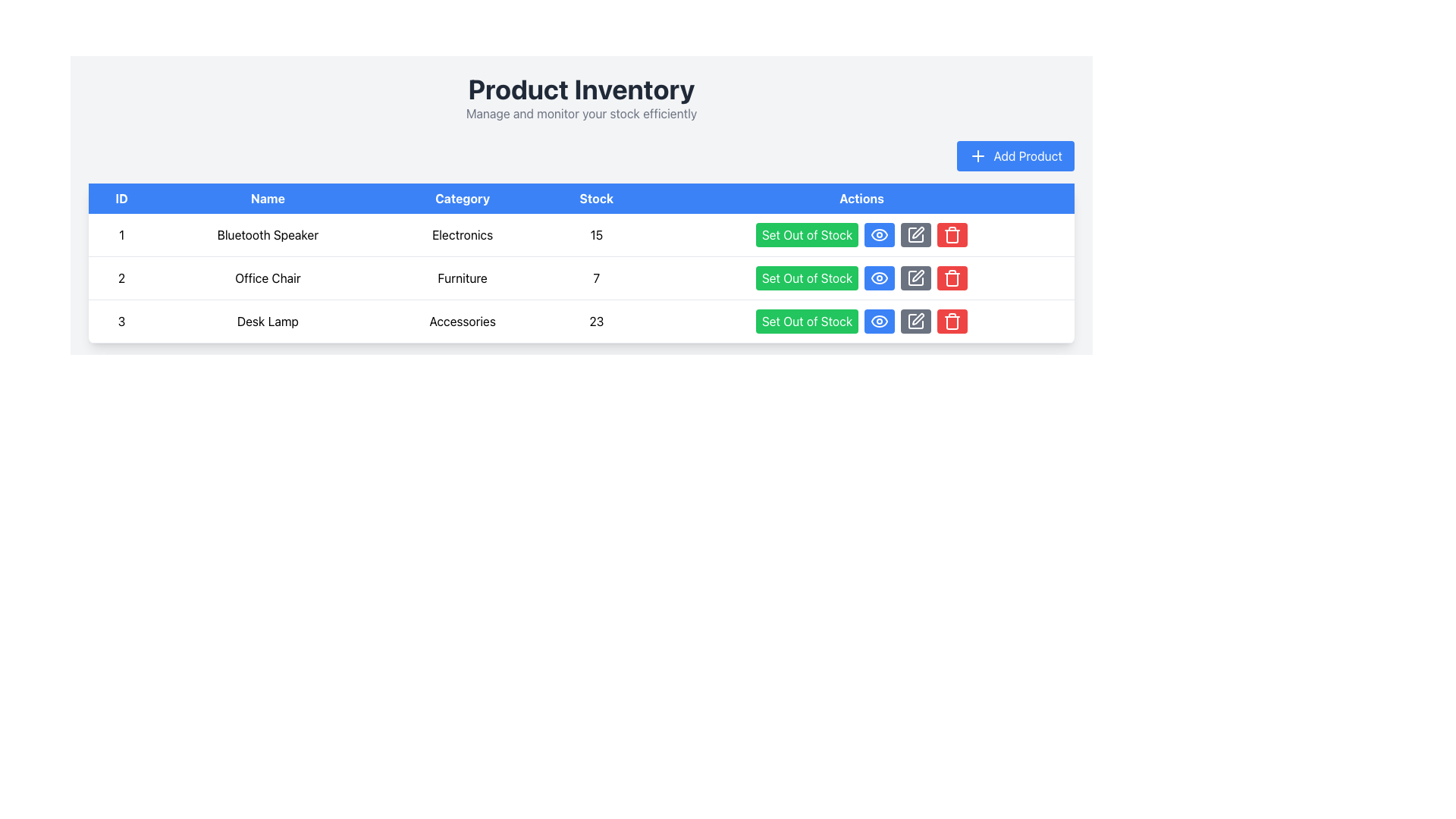 The width and height of the screenshot is (1456, 819). Describe the element at coordinates (806, 234) in the screenshot. I see `the 'Set Out of Stock' button, which is the first button in the 'Actions' column of the table, to mark the product as out of stock` at that location.